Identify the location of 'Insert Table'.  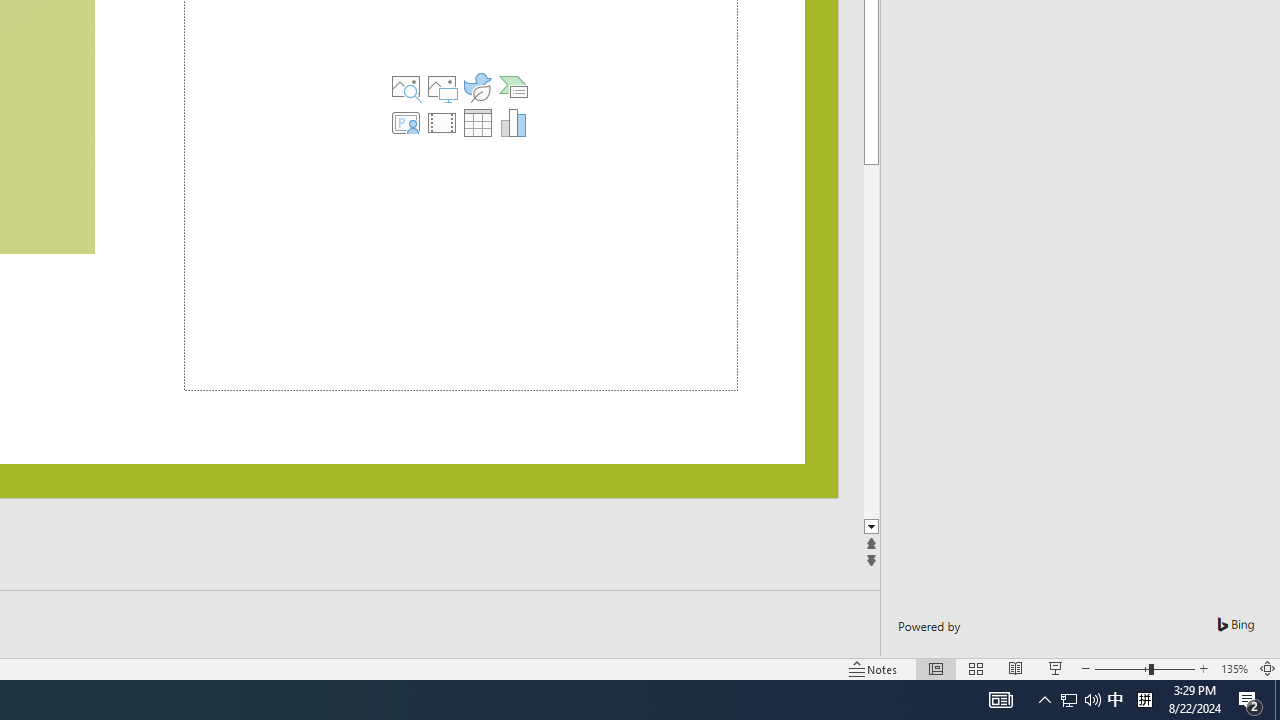
(477, 123).